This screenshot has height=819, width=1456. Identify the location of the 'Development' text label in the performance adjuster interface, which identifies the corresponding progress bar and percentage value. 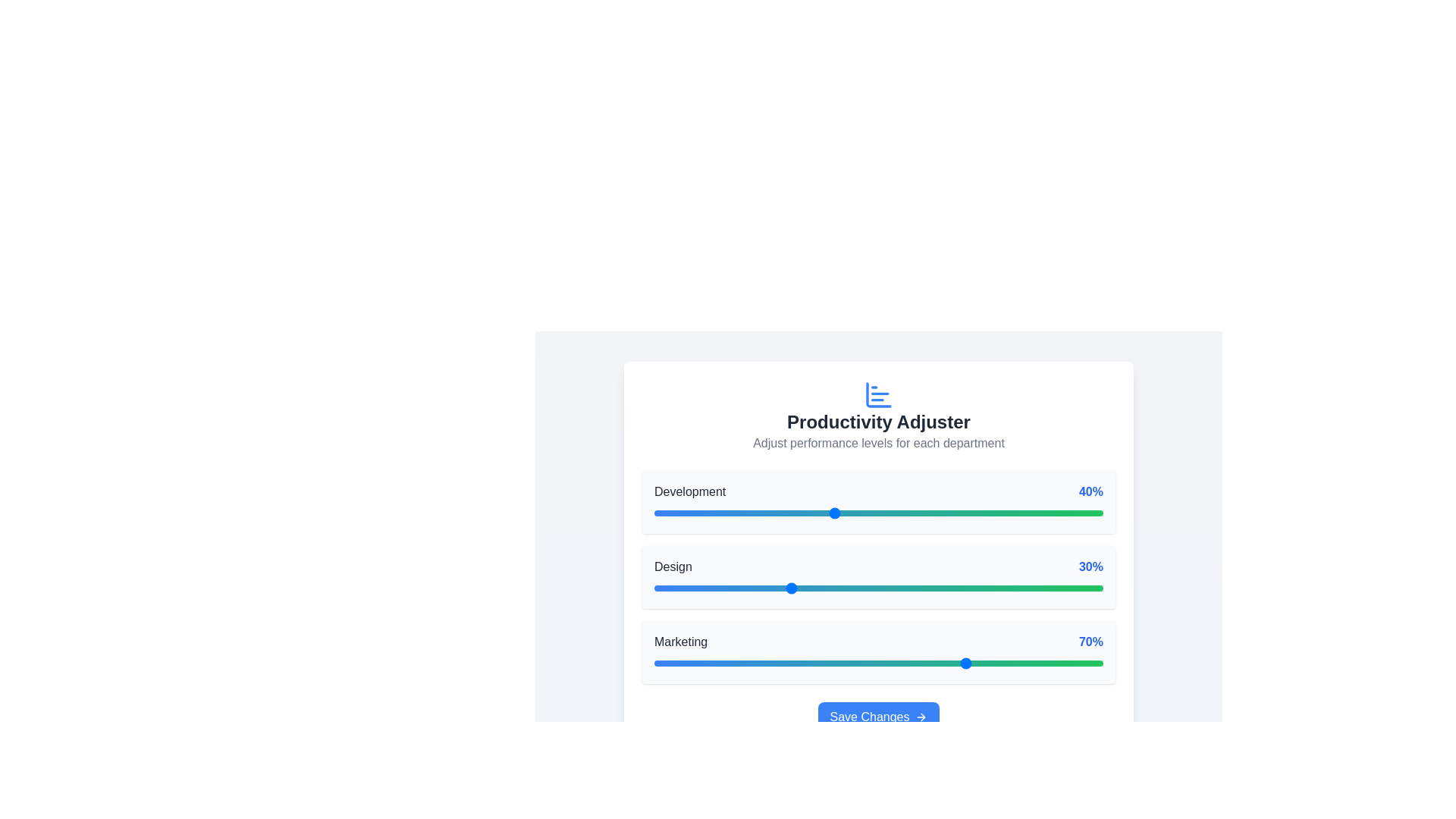
(689, 491).